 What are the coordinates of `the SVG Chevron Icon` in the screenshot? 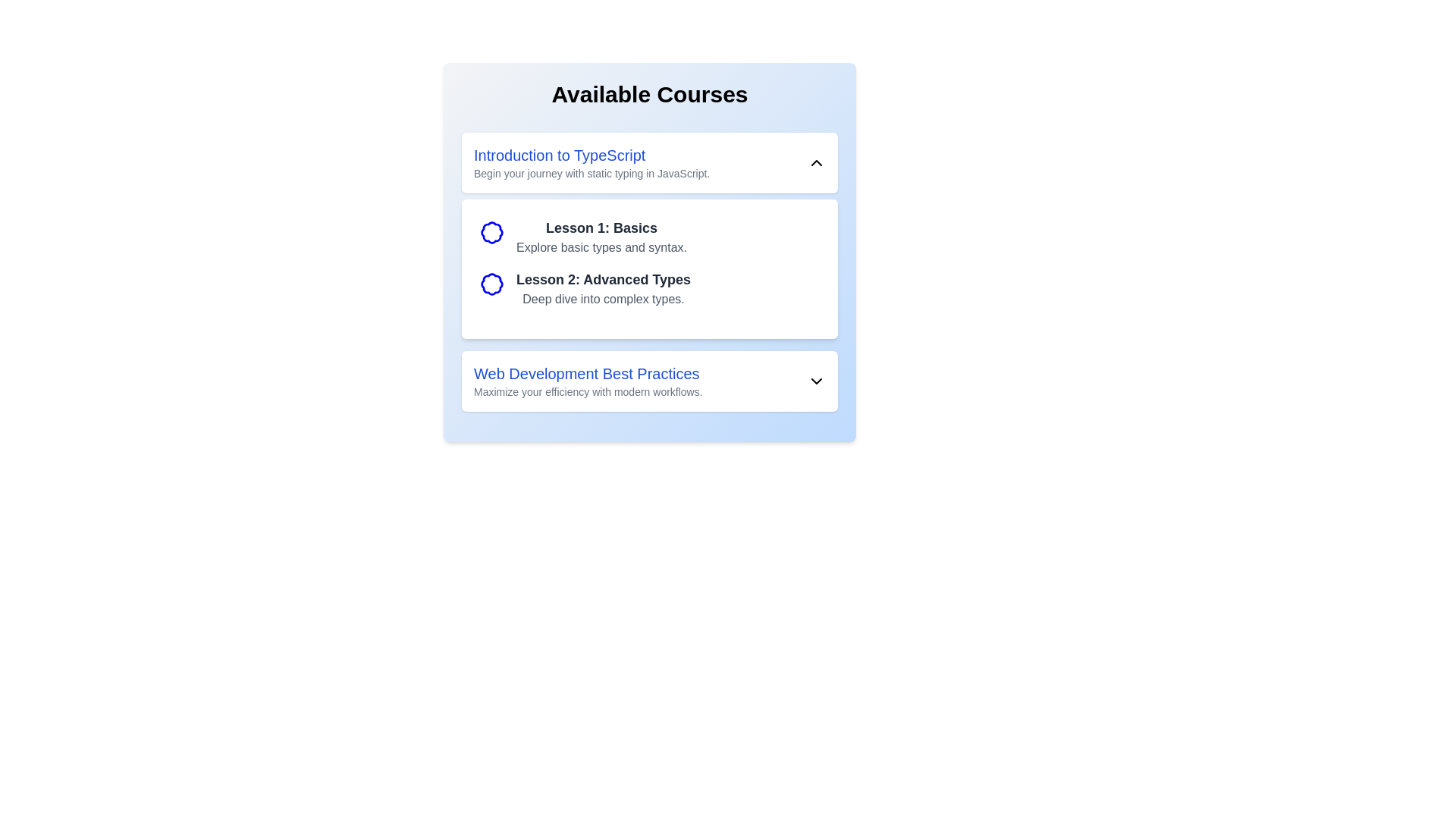 It's located at (815, 380).